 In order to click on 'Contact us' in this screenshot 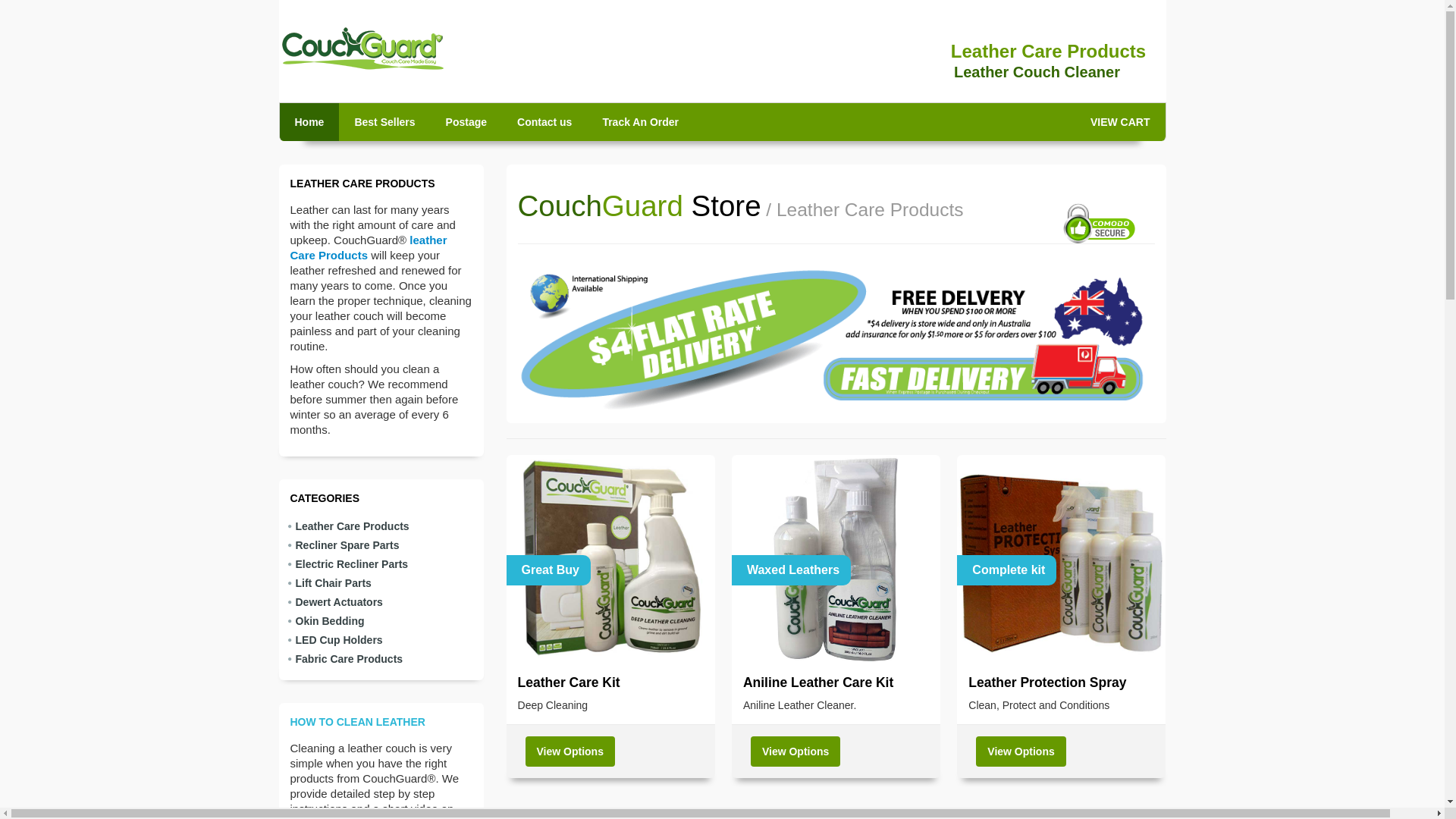, I will do `click(544, 121)`.